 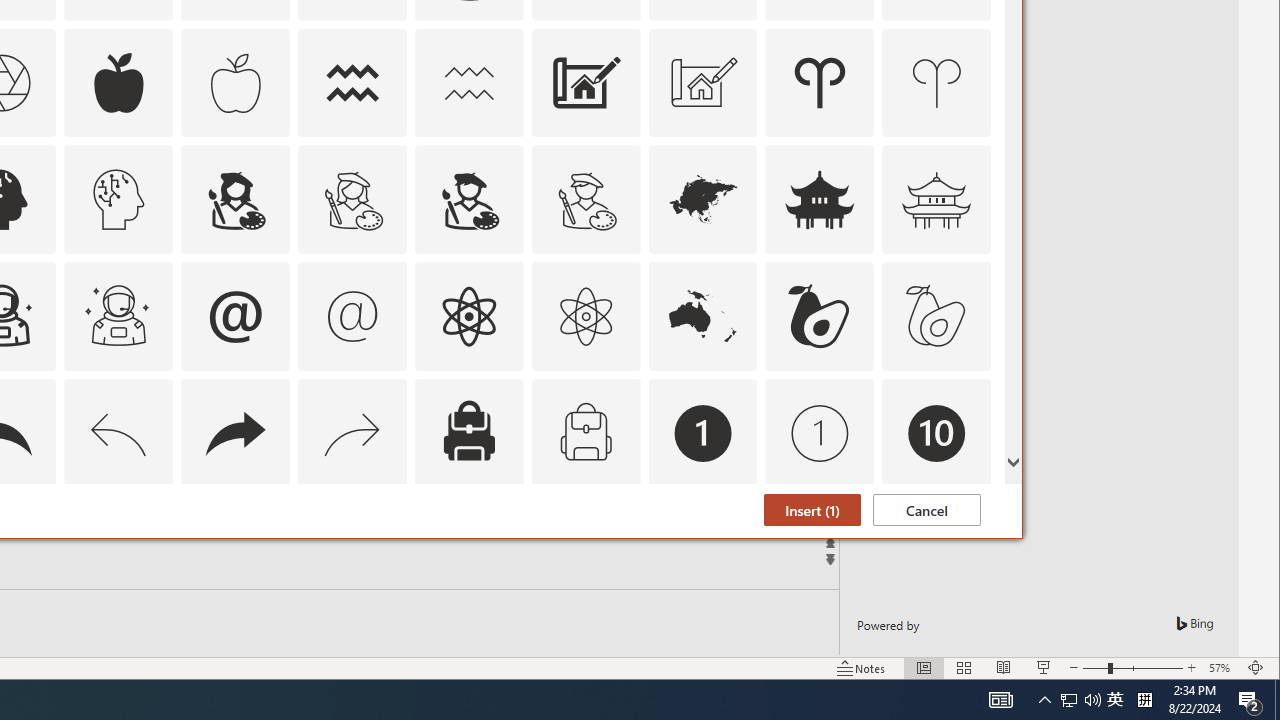 What do you see at coordinates (118, 315) in the screenshot?
I see `'AutomationID: Icons_AstronautMale_M'` at bounding box center [118, 315].